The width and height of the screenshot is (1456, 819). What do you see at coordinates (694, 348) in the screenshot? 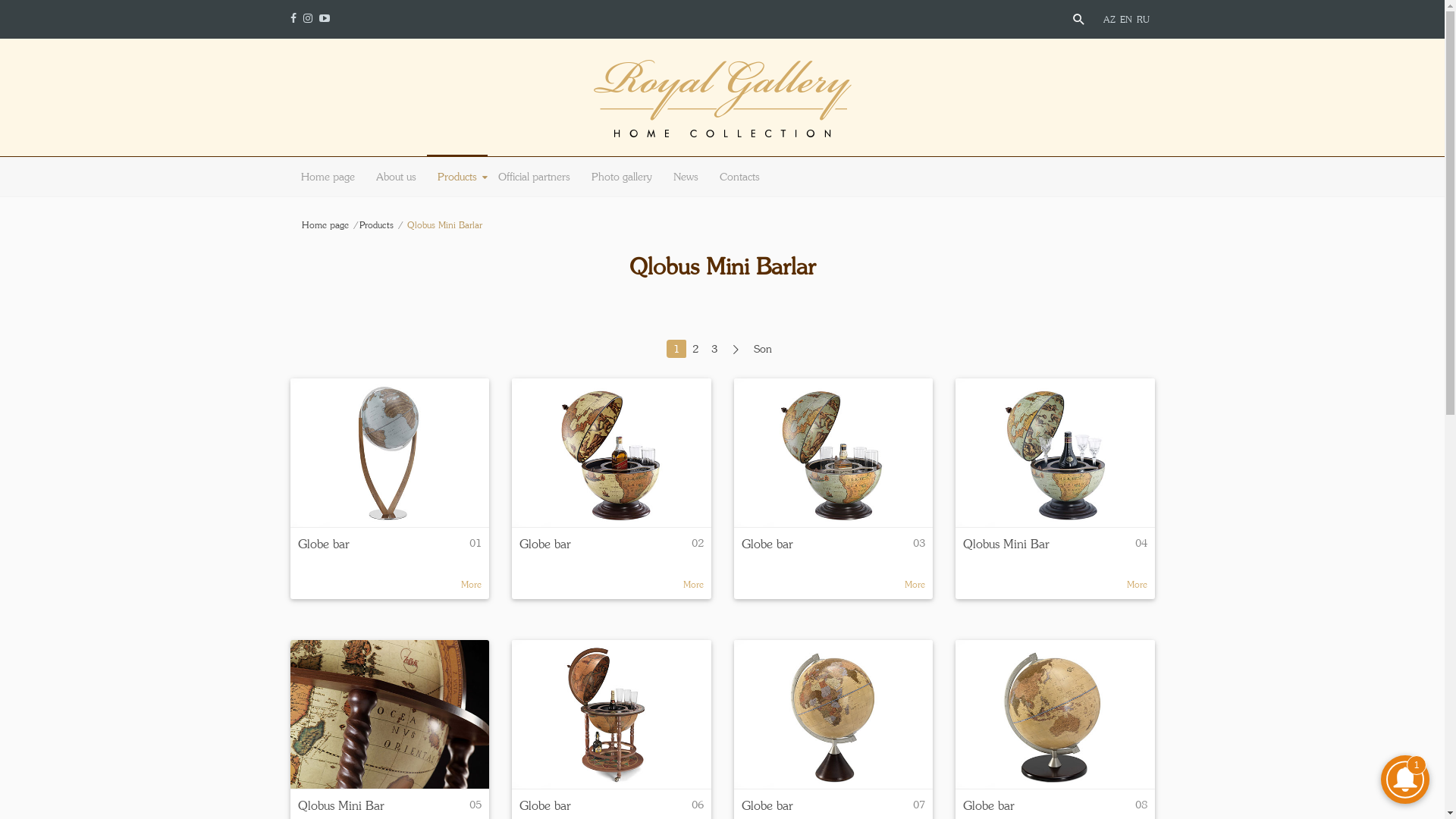
I see `'2'` at bounding box center [694, 348].